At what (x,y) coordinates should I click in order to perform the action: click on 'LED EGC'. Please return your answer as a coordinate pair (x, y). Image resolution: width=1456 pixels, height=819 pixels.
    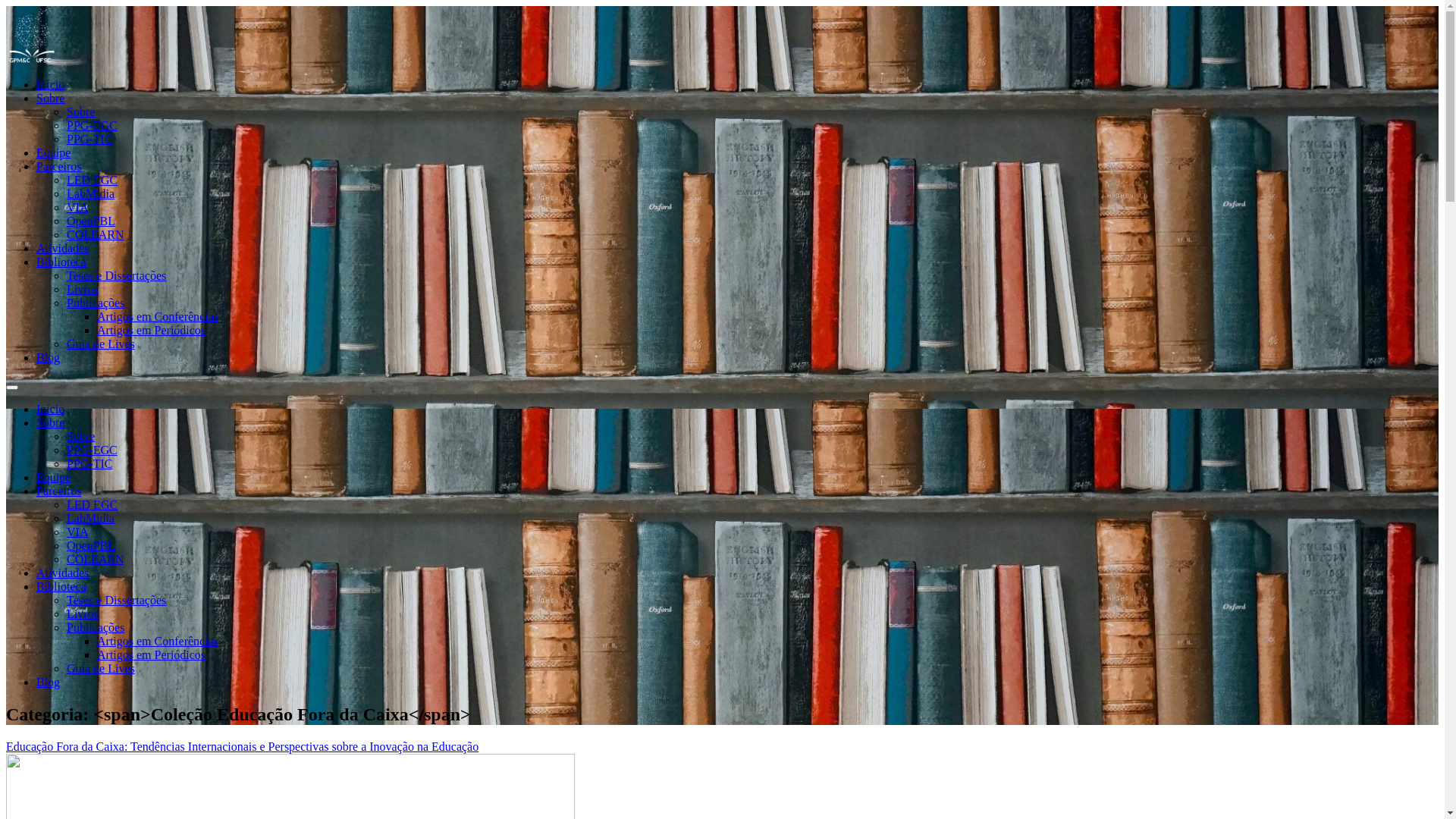
    Looking at the image, I should click on (91, 179).